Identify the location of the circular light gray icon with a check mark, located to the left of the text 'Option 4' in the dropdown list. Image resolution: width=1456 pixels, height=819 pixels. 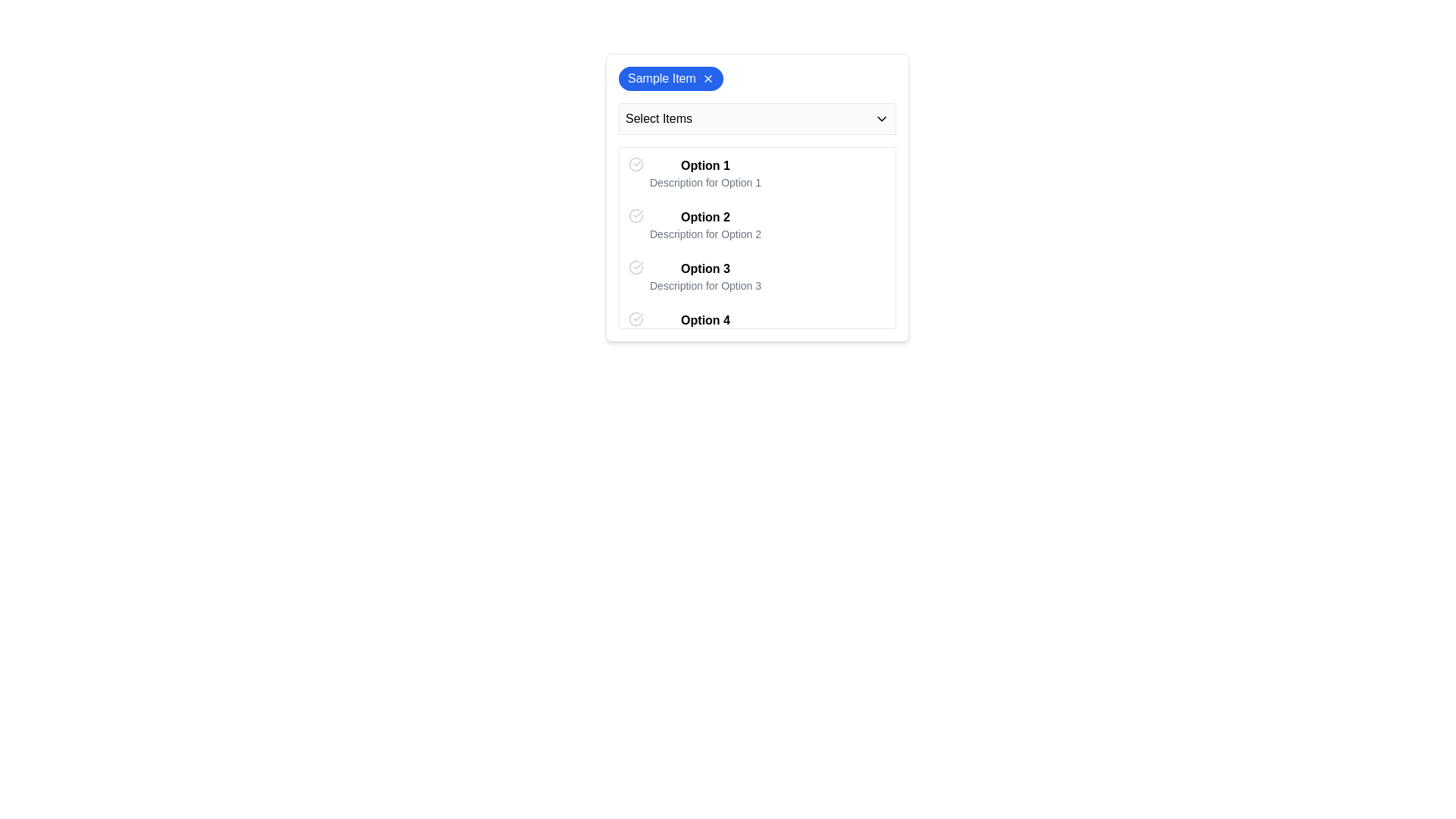
(636, 318).